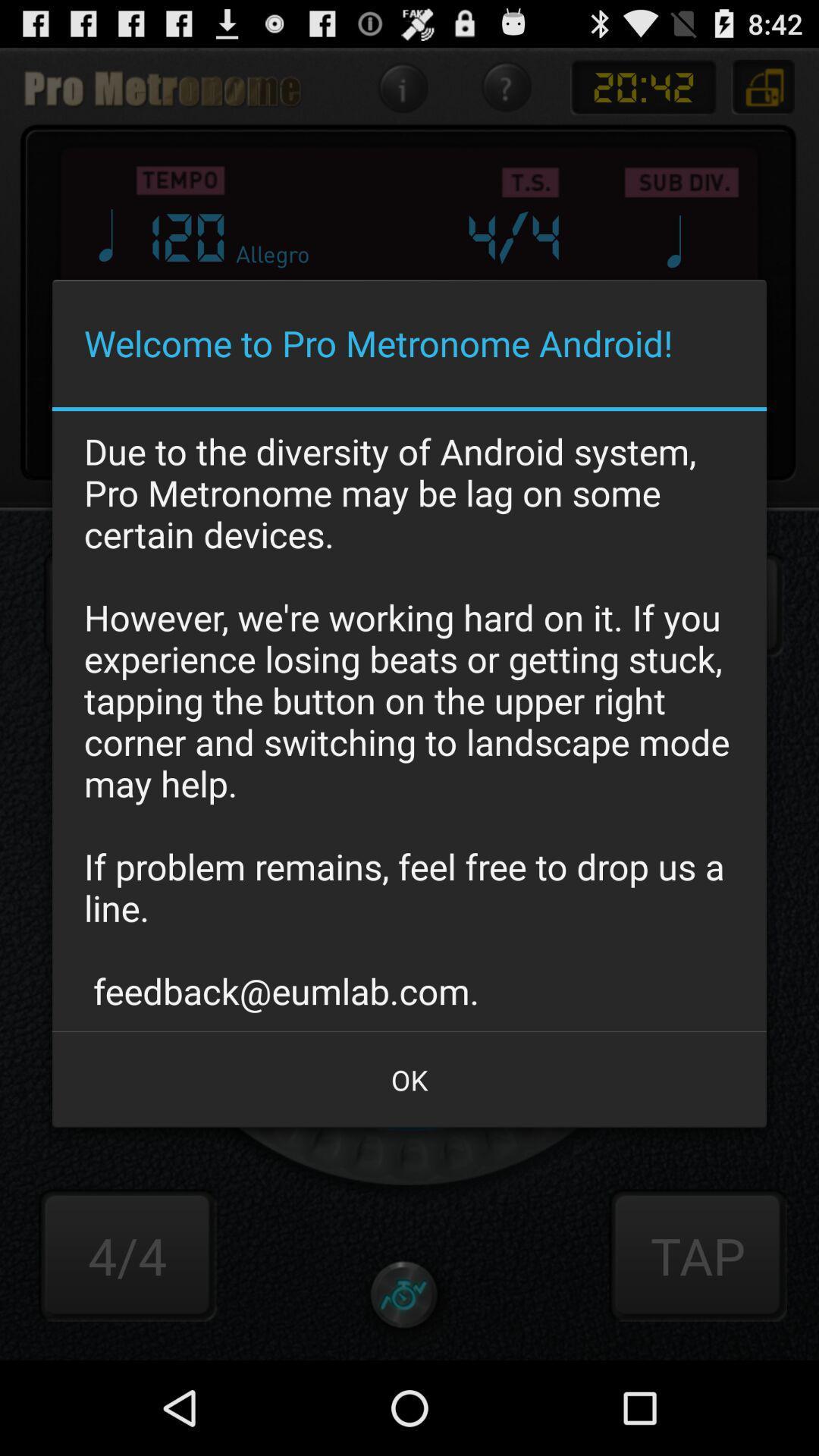 The image size is (819, 1456). I want to click on app below due to the item, so click(409, 1079).